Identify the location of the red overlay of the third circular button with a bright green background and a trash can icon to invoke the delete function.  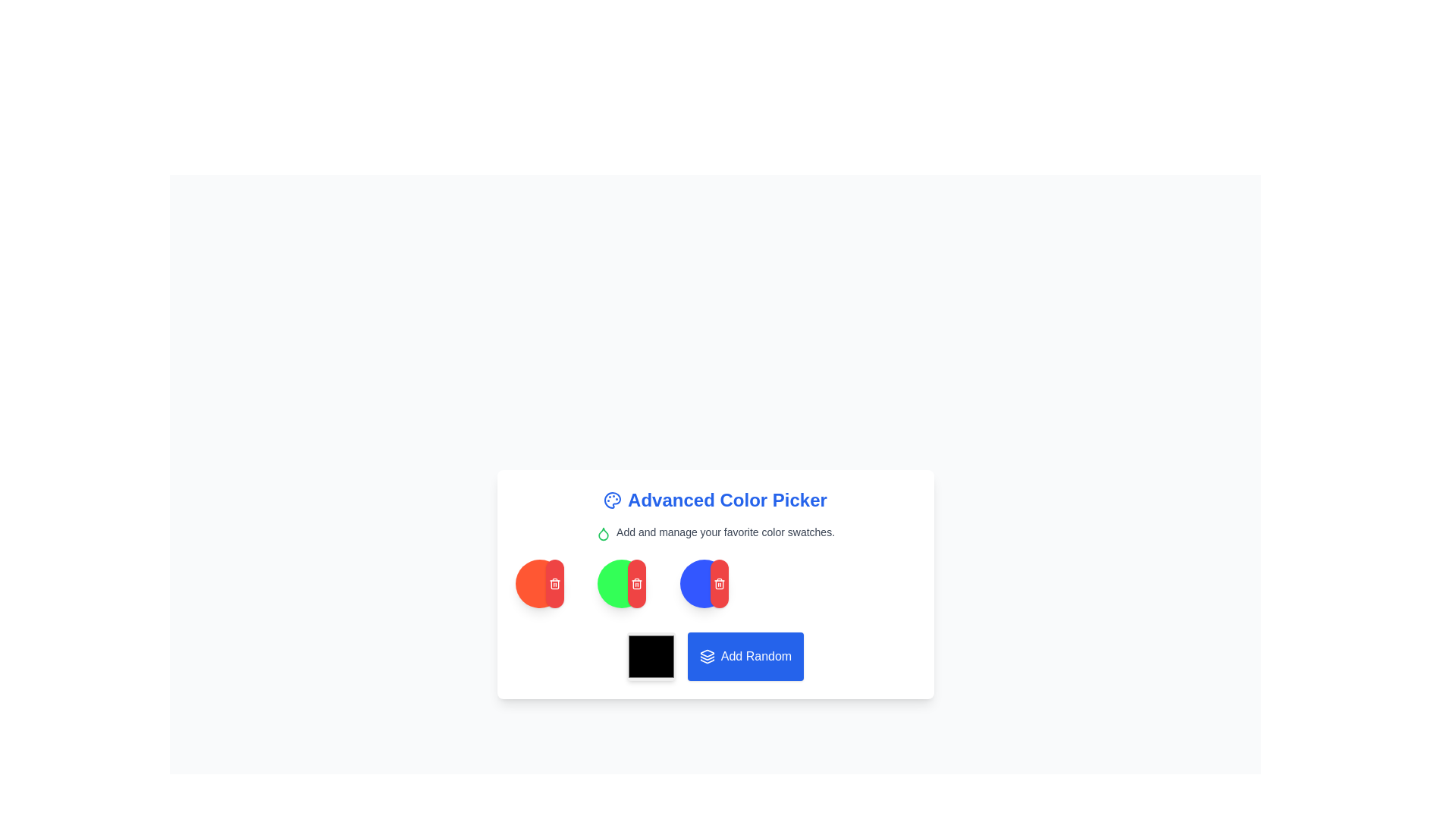
(622, 582).